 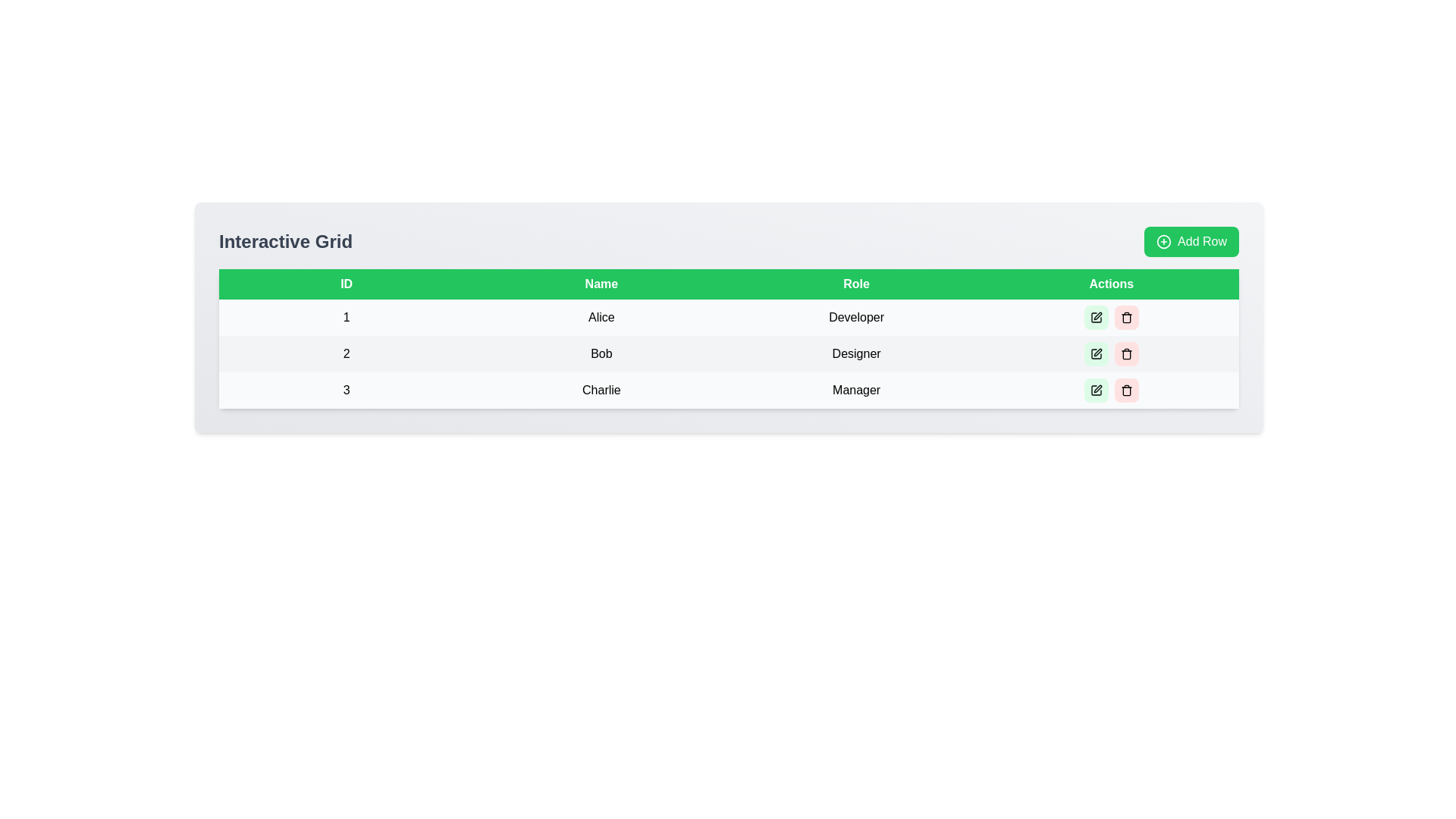 I want to click on the edit button with a pen icon on a green background located in the Action pane for the entry with ID '1', name 'Alice', and role 'Developer', so click(x=1111, y=317).